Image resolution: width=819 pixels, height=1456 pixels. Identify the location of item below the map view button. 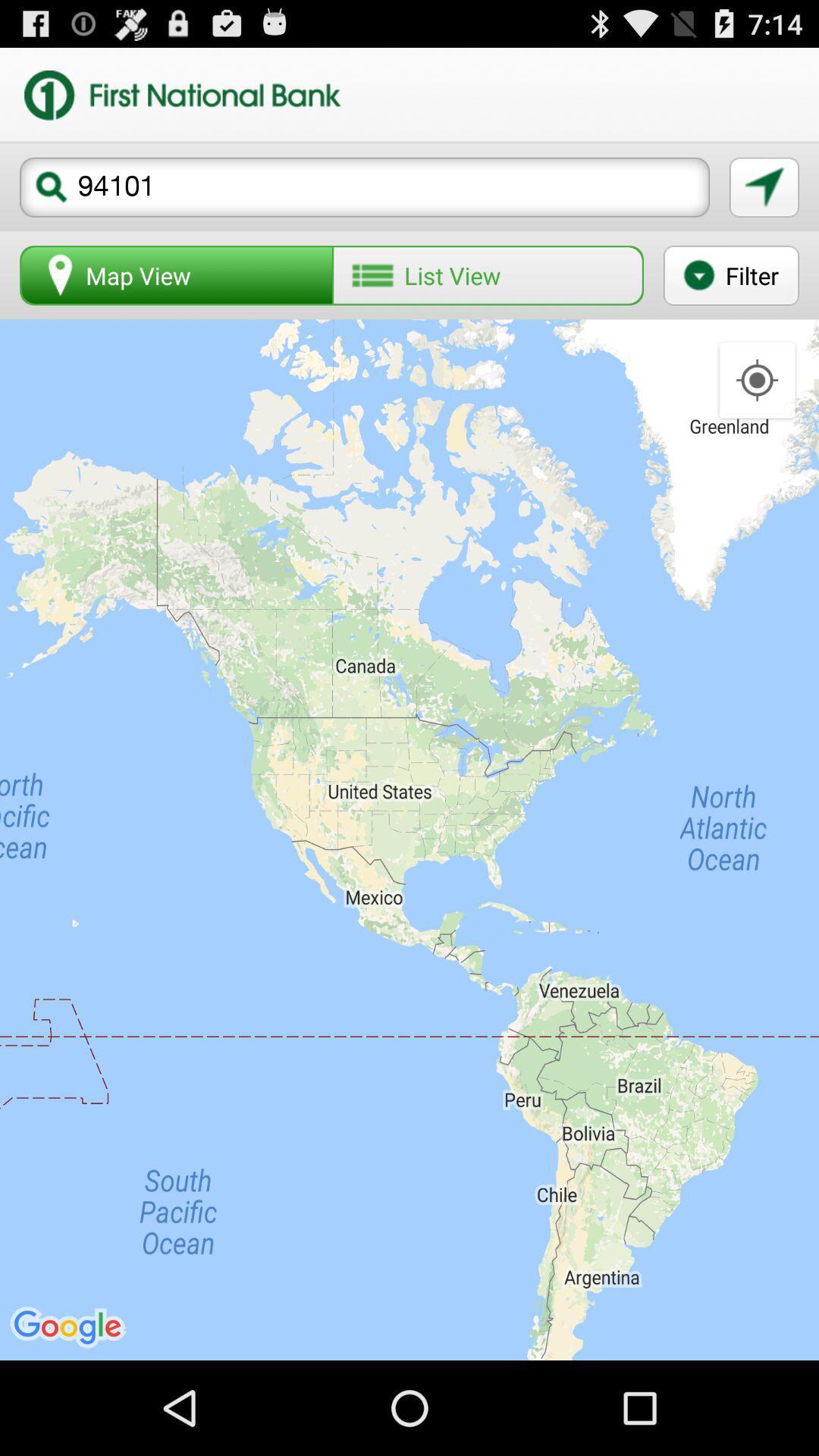
(409, 839).